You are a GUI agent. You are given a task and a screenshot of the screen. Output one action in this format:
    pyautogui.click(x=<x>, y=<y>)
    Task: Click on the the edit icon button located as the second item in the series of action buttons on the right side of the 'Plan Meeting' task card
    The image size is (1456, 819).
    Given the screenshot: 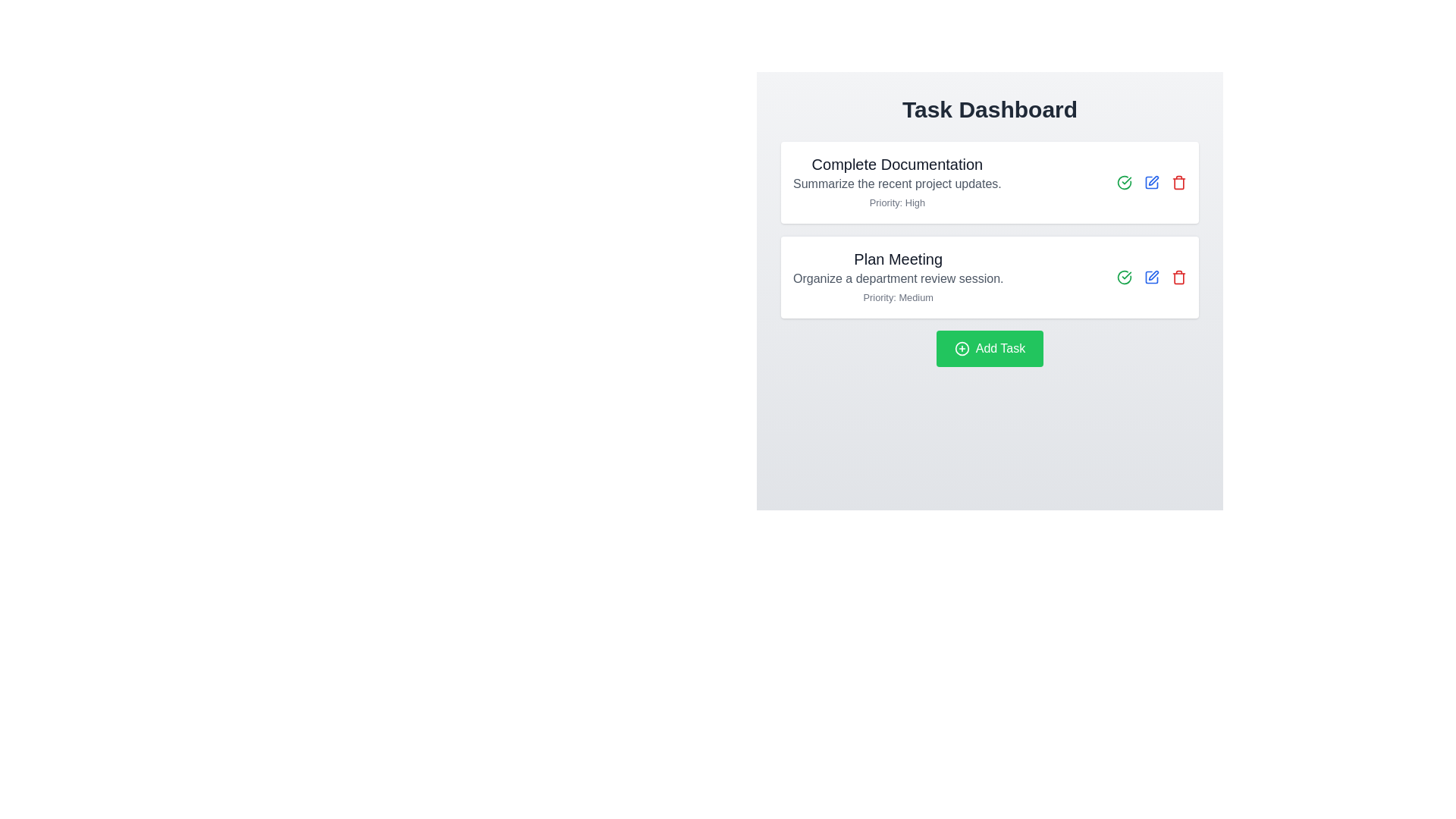 What is the action you would take?
    pyautogui.click(x=1151, y=278)
    